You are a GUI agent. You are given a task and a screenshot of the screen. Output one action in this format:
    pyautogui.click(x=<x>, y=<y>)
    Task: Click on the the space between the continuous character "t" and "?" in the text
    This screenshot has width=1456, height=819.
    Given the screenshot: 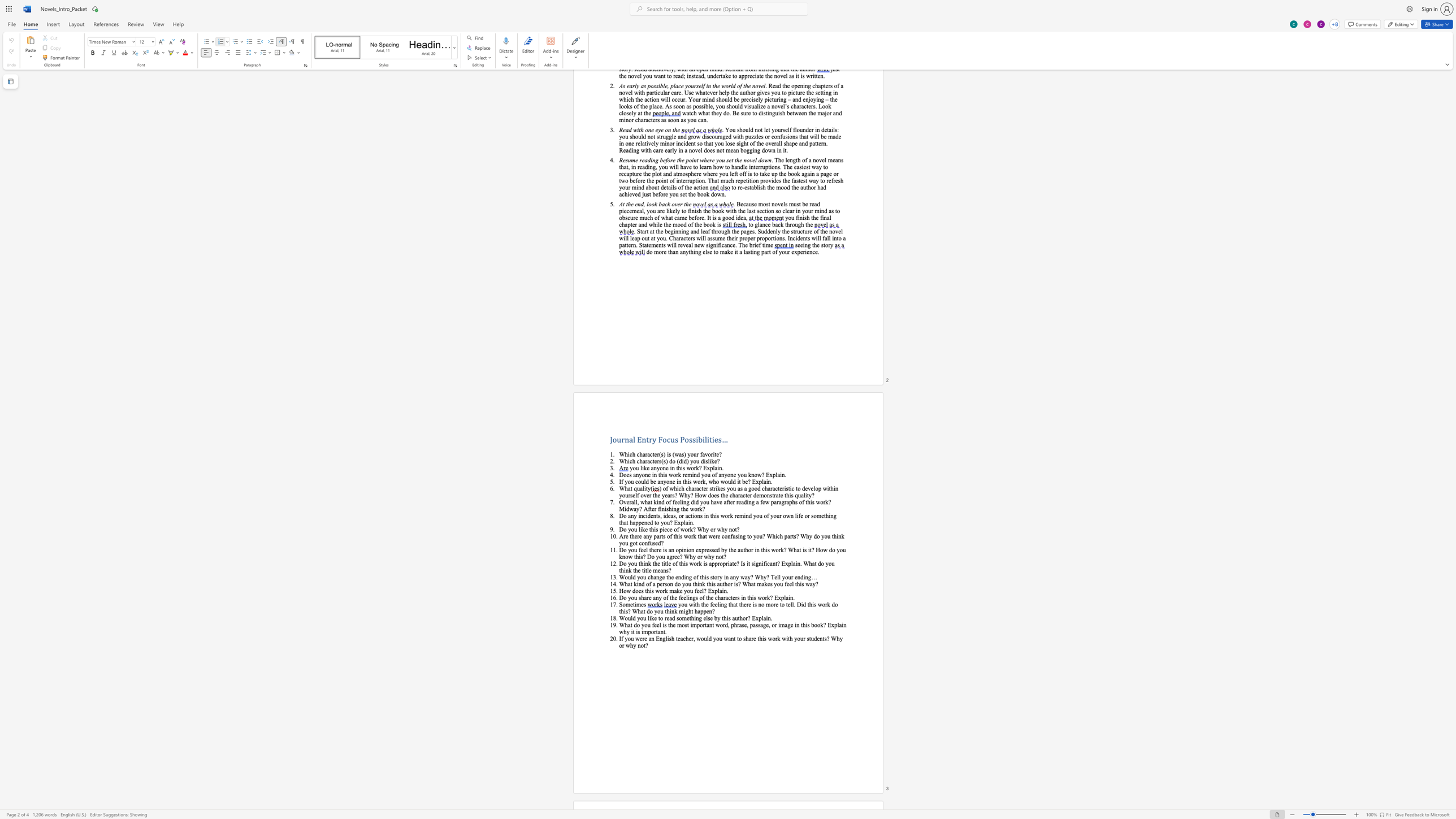 What is the action you would take?
    pyautogui.click(x=777, y=563)
    